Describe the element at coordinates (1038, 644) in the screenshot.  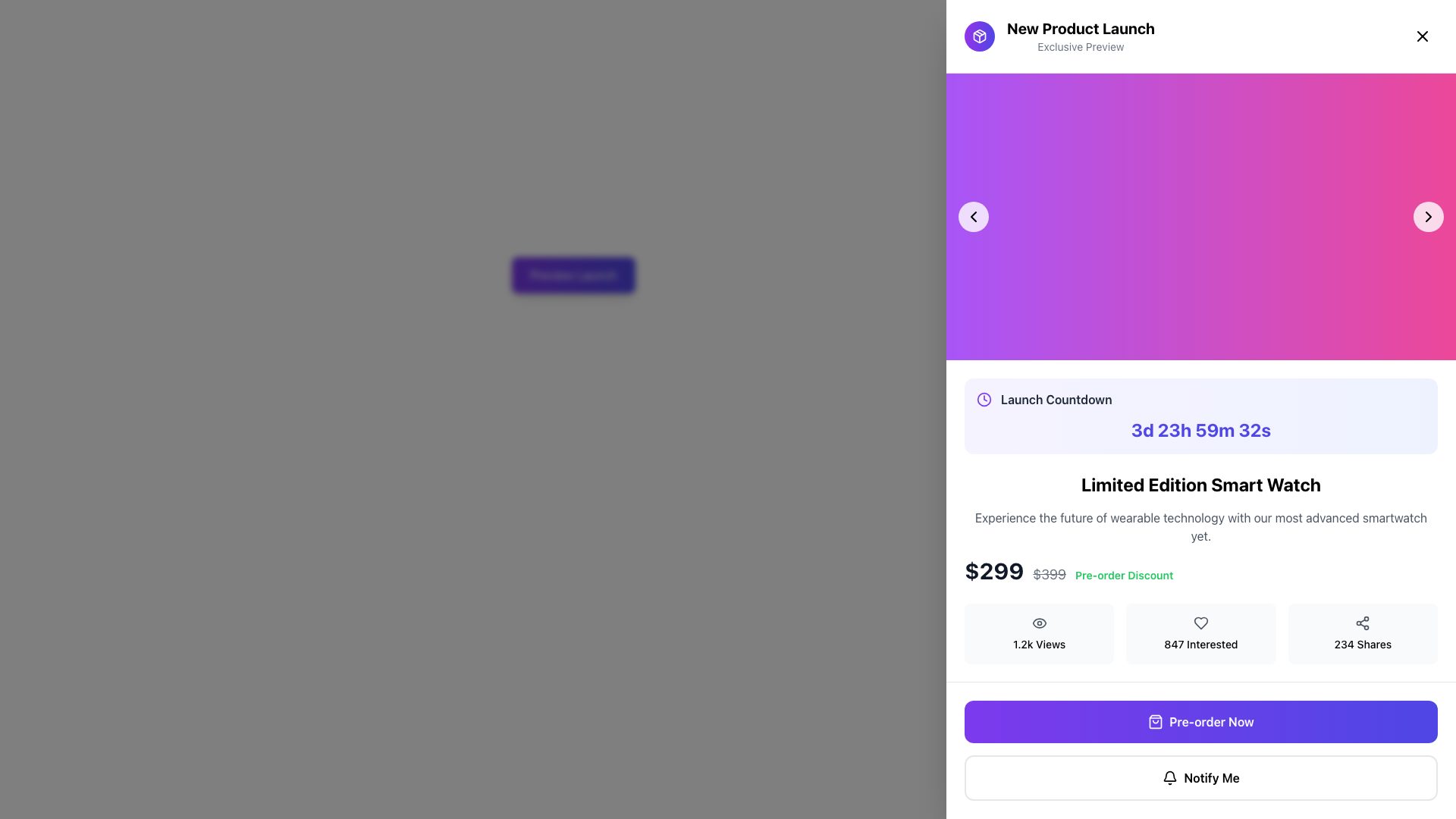
I see `displayed text from the total views label located in the right panel below the product price section, which is part of a group with a circular eye icon above it` at that location.